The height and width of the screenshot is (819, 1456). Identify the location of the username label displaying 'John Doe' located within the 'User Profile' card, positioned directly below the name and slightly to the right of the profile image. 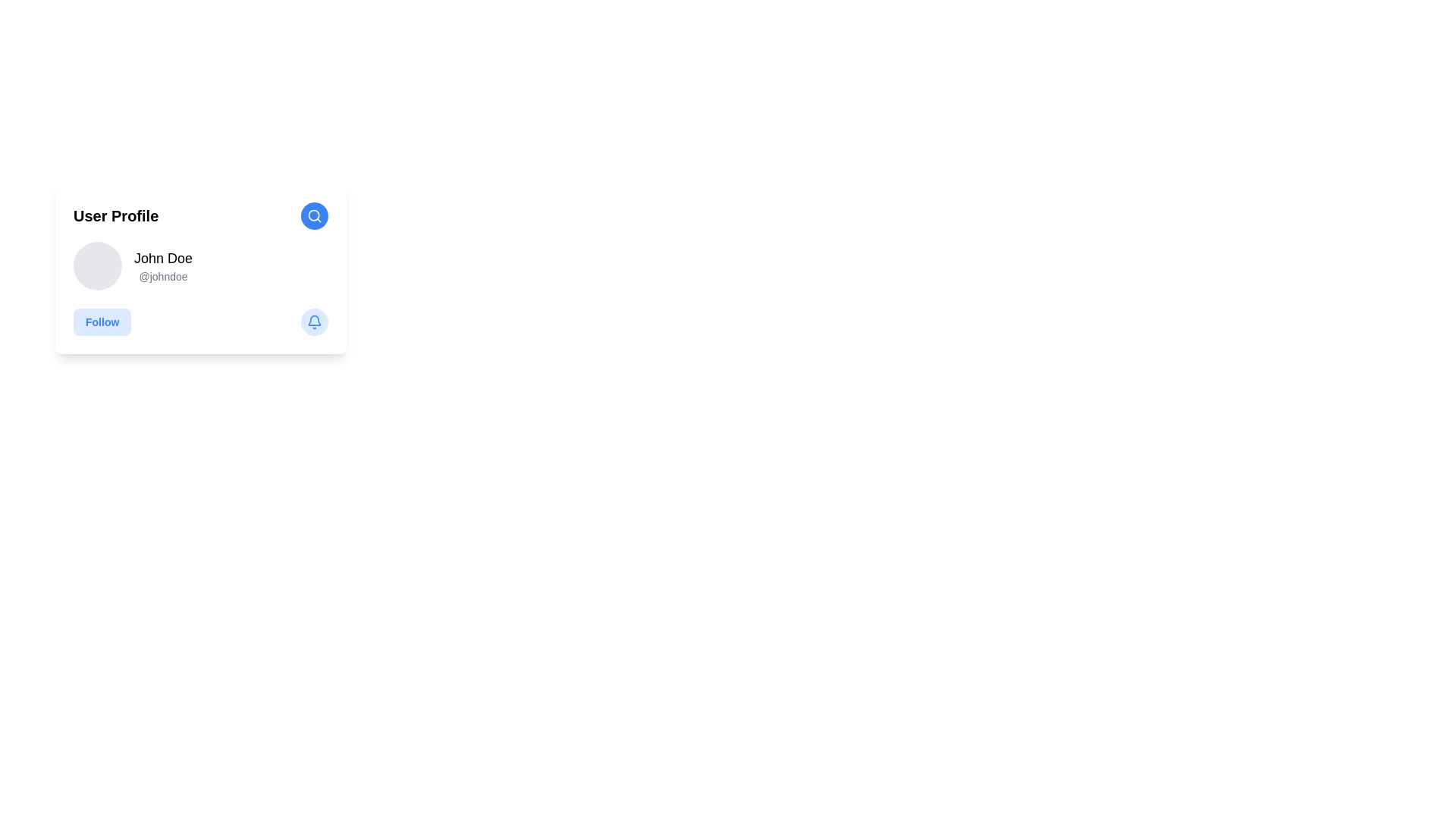
(163, 277).